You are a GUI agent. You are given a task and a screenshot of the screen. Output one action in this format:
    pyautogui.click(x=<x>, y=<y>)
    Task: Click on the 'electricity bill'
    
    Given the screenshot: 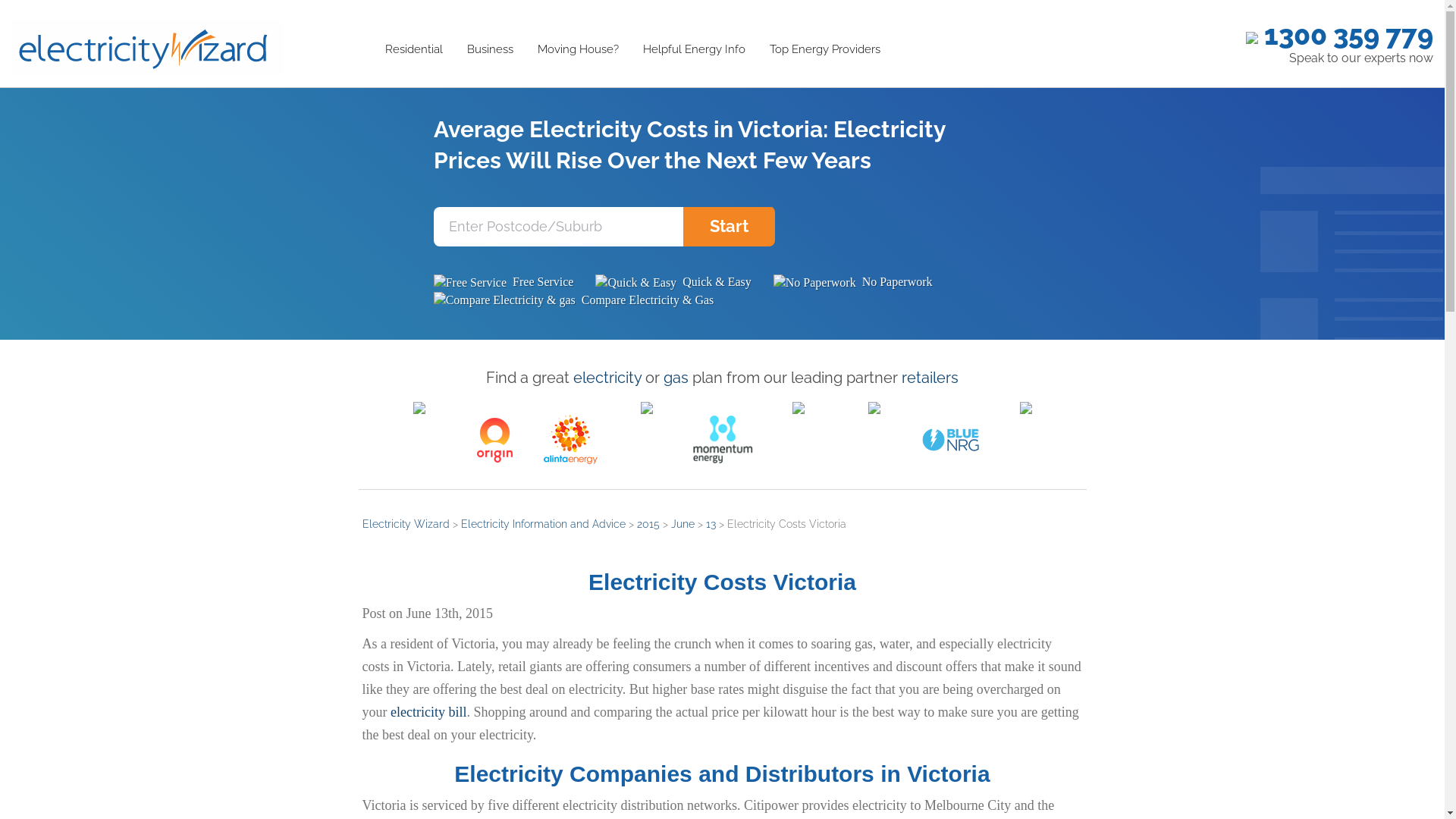 What is the action you would take?
    pyautogui.click(x=390, y=711)
    